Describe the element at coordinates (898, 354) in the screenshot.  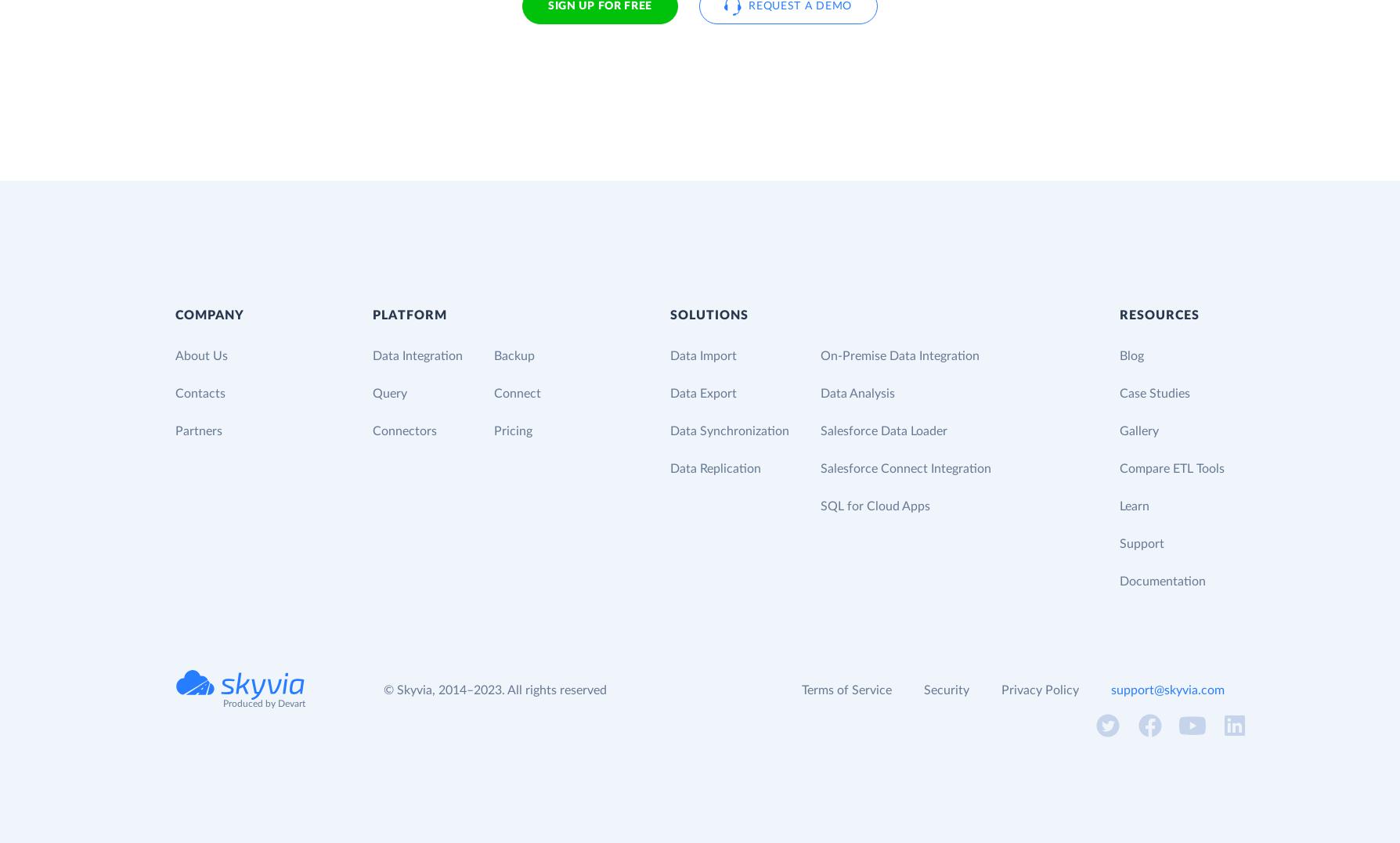
I see `'On-Premise Data Integration'` at that location.